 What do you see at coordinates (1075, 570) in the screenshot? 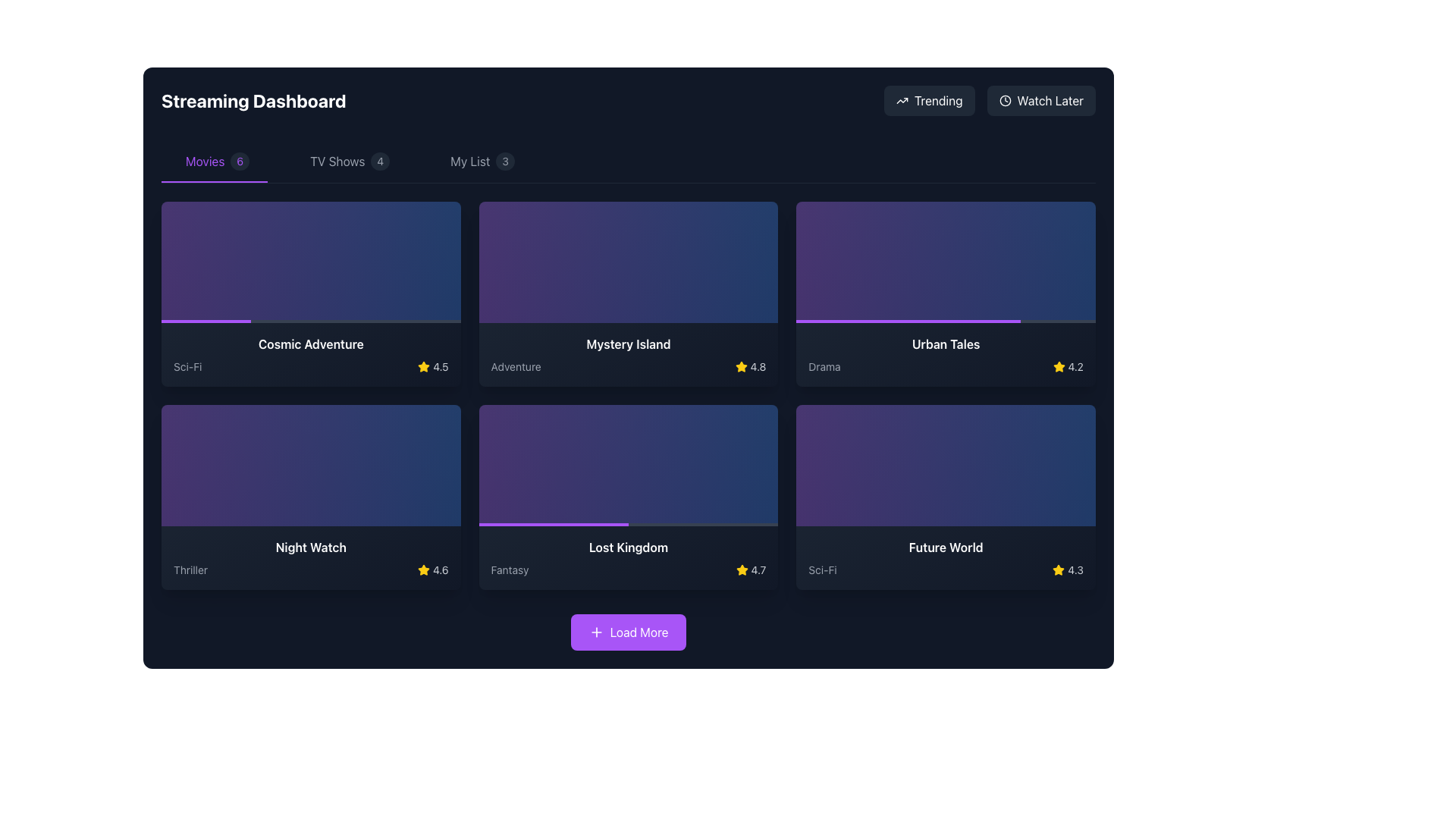
I see `the movie rating display text for 'Future World', which indicates its popularity or quality and is positioned to the right of a small yellow star icon` at bounding box center [1075, 570].